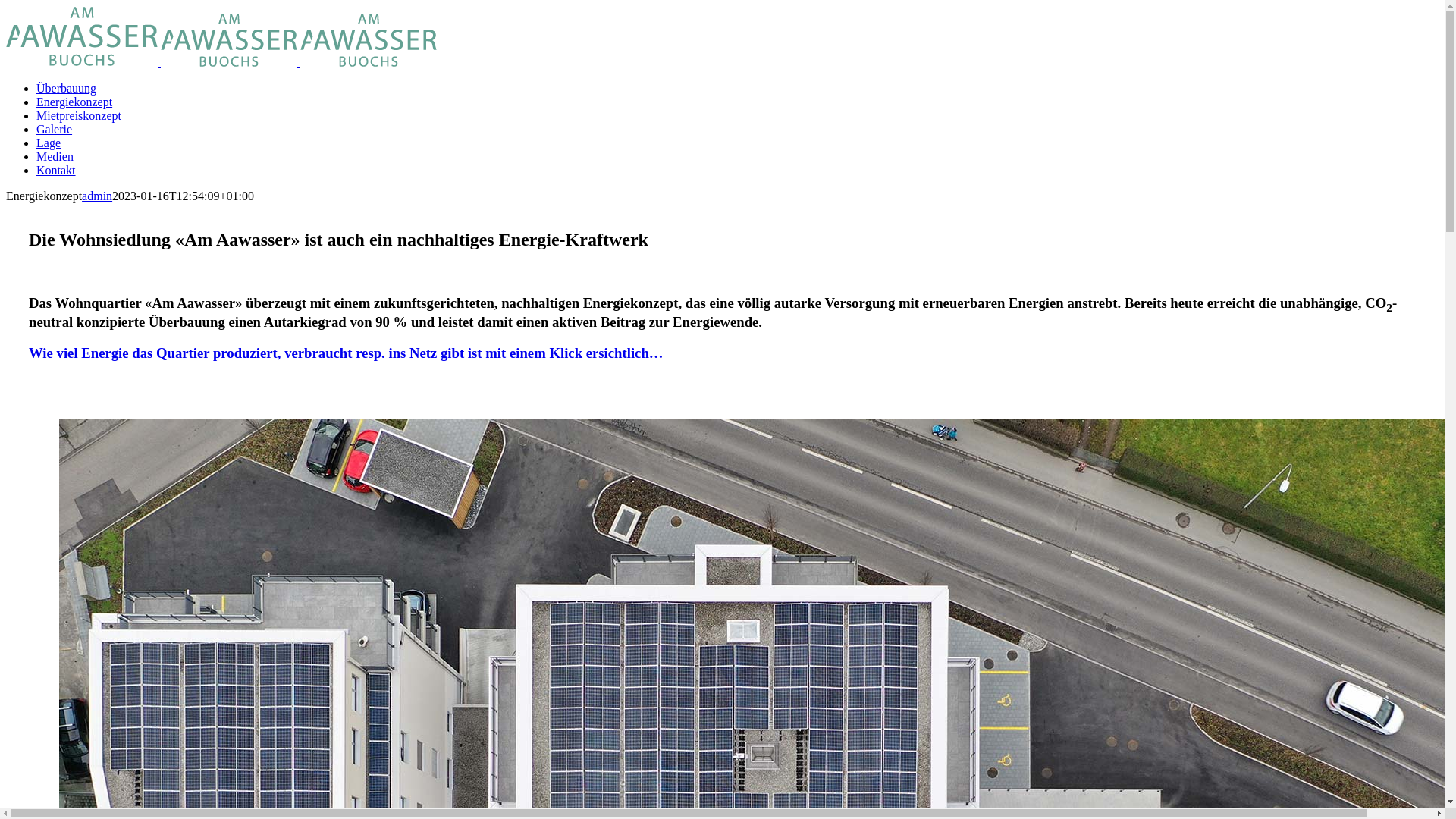  I want to click on 'Galerie', so click(36, 128).